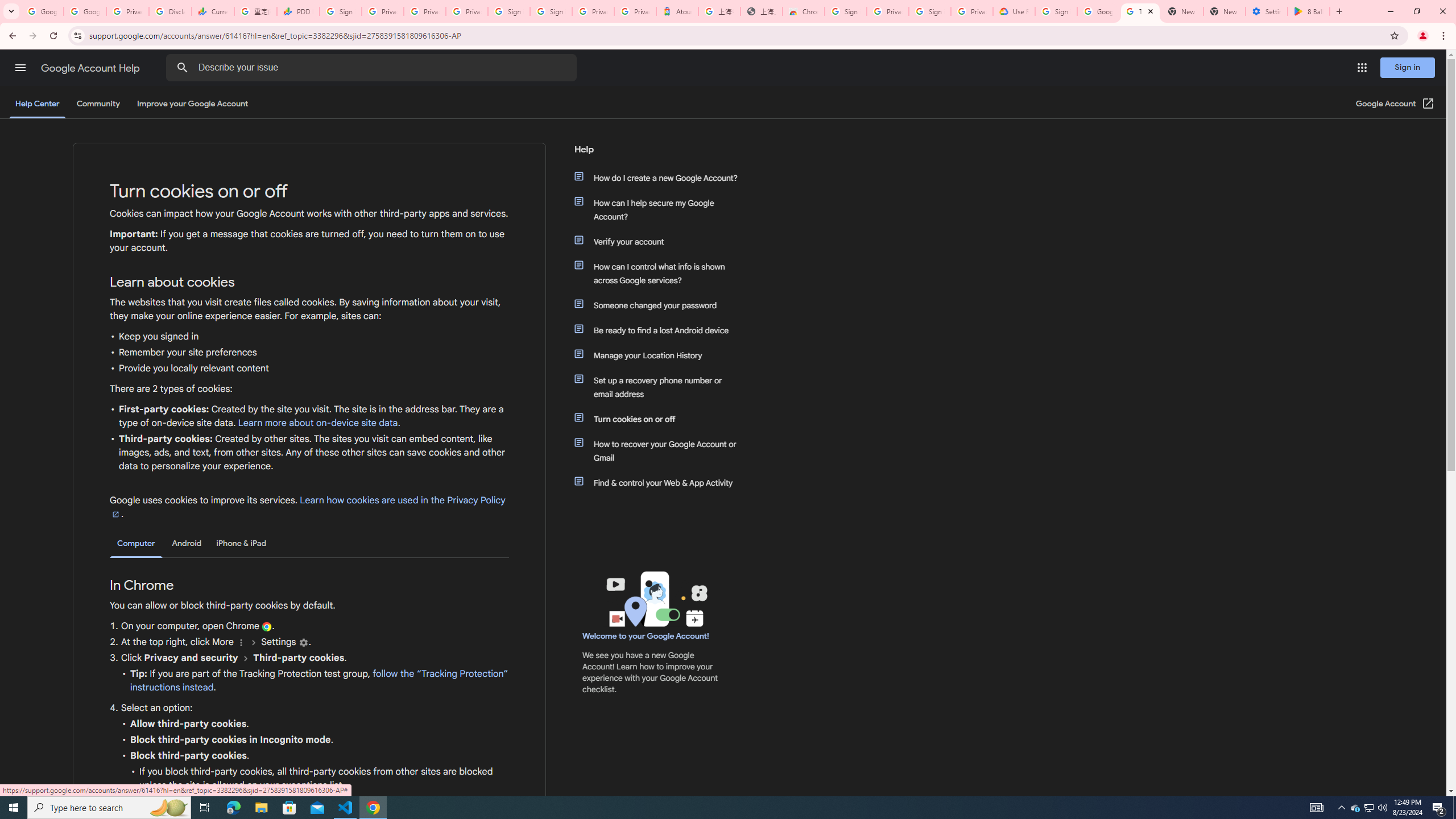 Image resolution: width=1456 pixels, height=819 pixels. What do you see at coordinates (661, 419) in the screenshot?
I see `'Turn cookies on or off'` at bounding box center [661, 419].